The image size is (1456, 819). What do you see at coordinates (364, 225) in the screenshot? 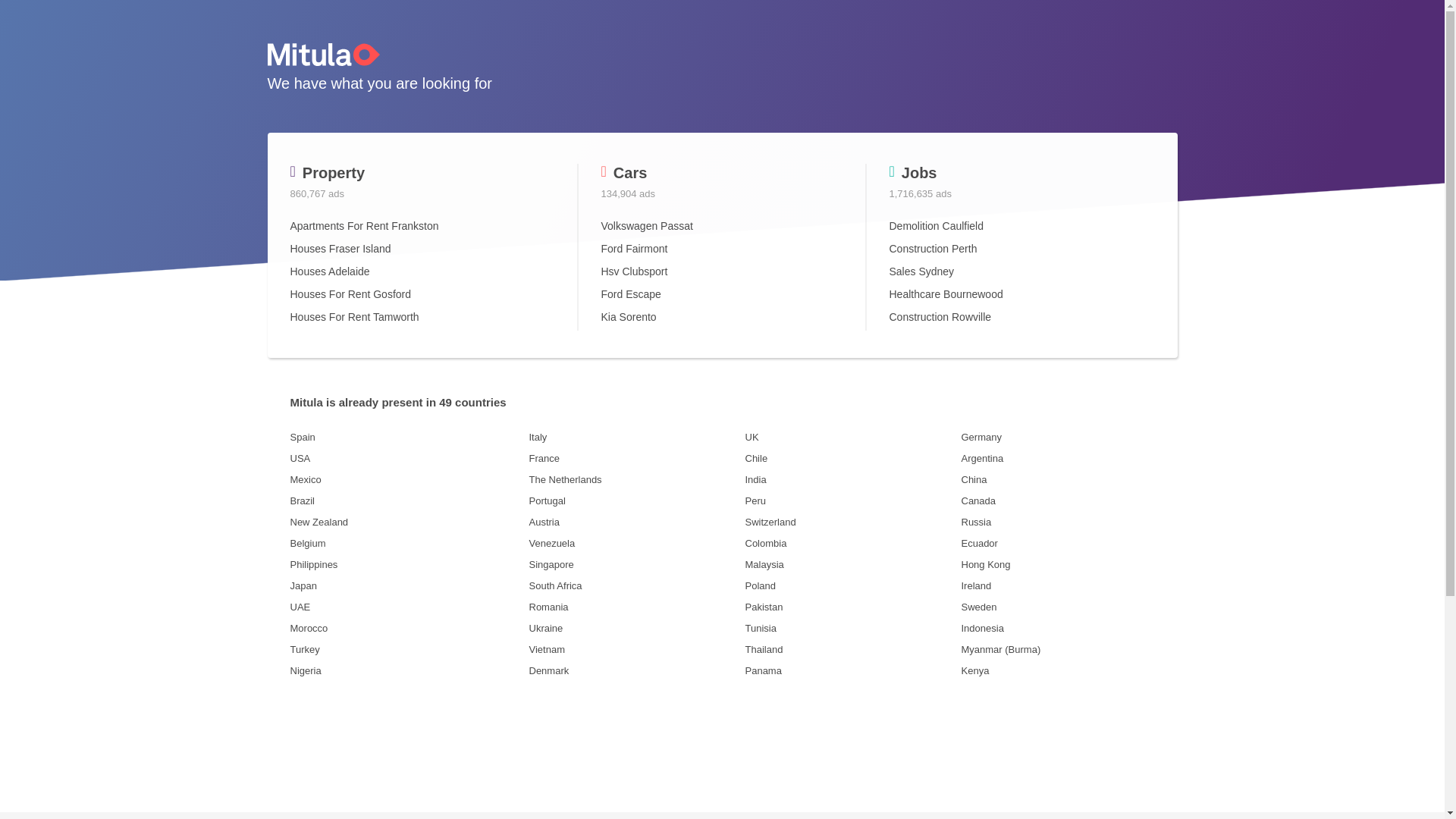
I see `'Apartments For Rent Frankston'` at bounding box center [364, 225].